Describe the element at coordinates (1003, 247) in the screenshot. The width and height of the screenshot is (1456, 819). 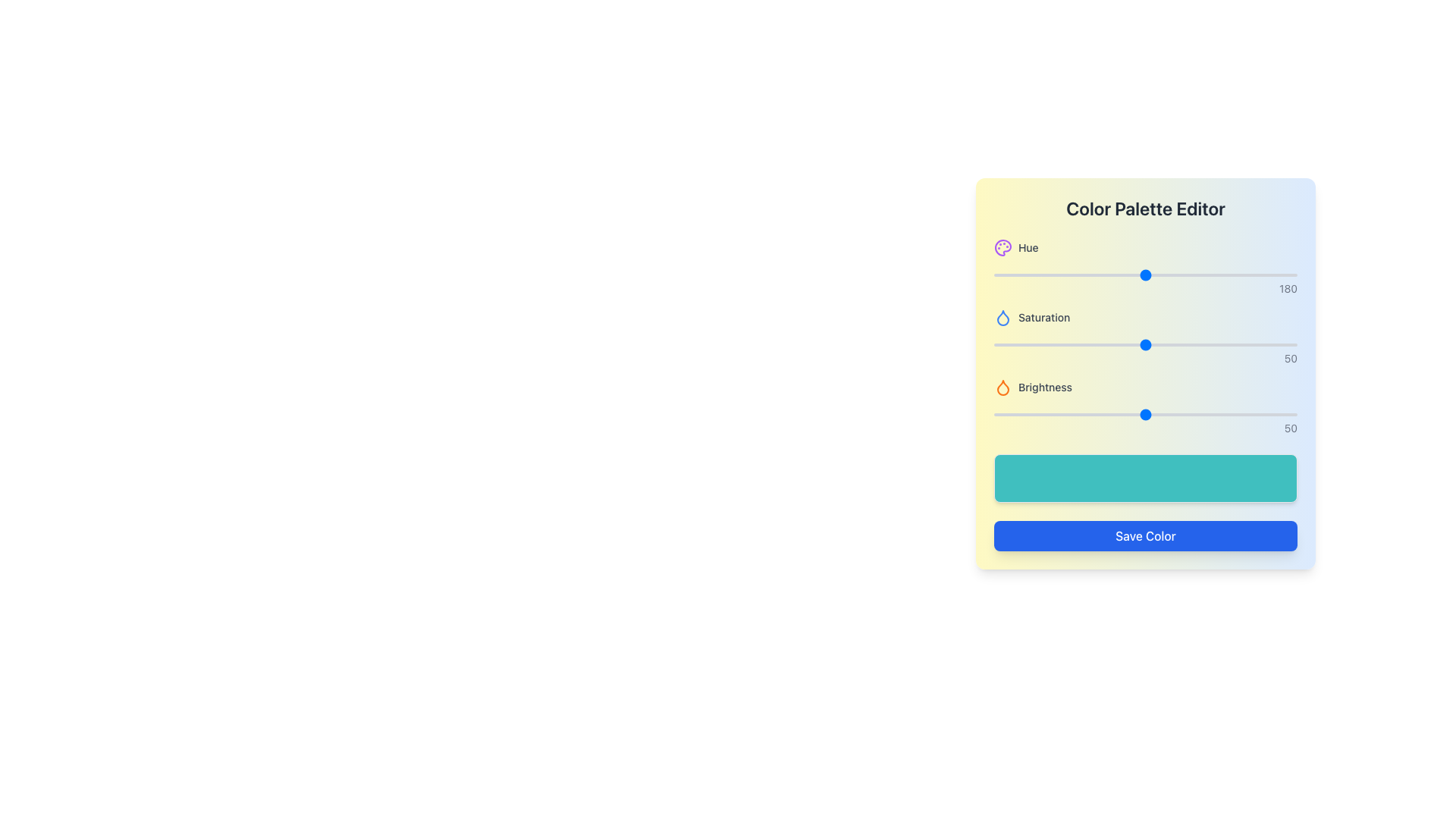
I see `the main body of the palette icon located in the top-left corner of the Color Palette Editor, near the 'Hue' label for potential interaction` at that location.